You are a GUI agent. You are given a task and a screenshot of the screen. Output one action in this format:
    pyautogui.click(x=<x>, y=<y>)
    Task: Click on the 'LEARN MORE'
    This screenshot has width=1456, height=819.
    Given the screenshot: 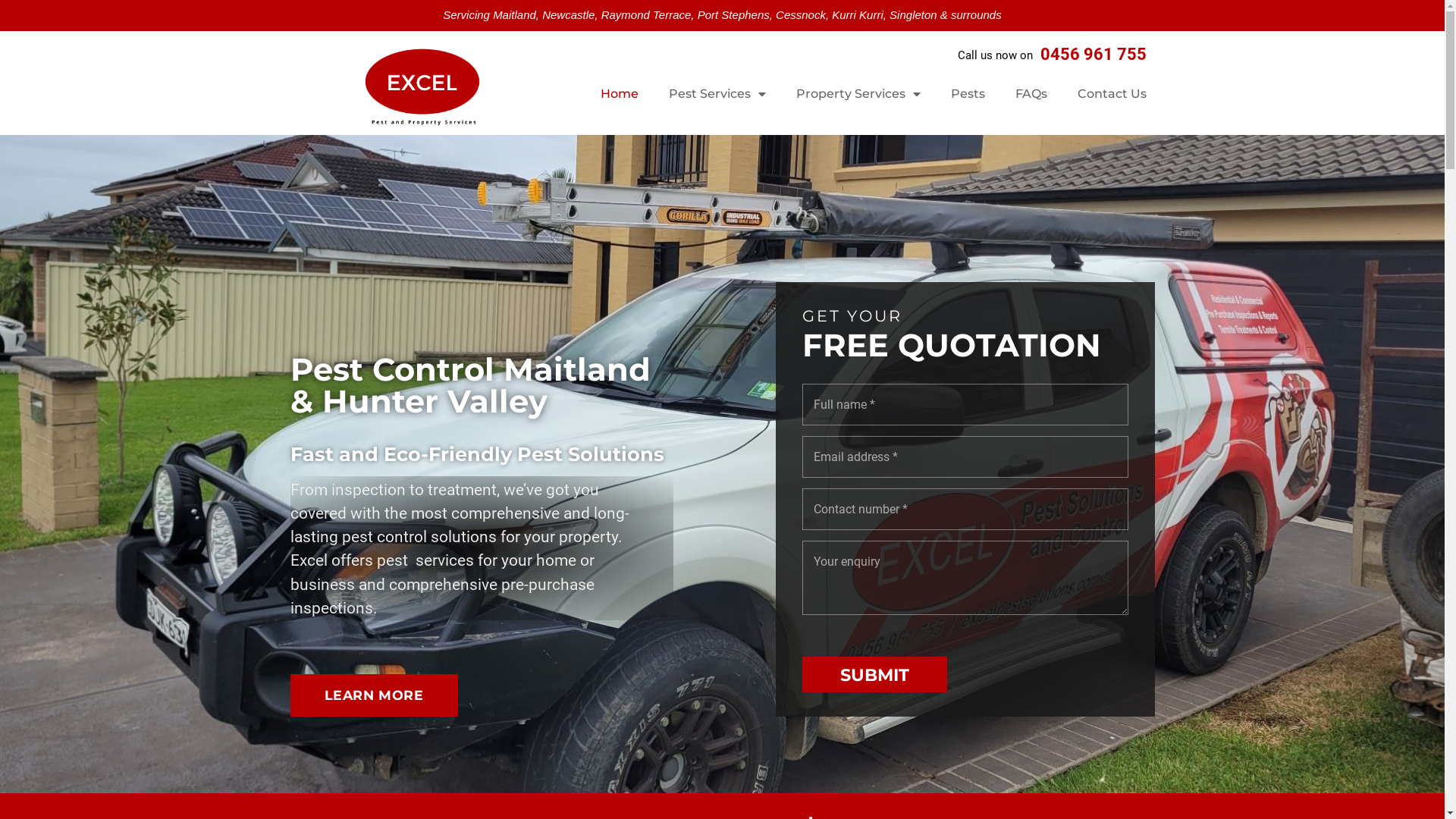 What is the action you would take?
    pyautogui.click(x=373, y=695)
    